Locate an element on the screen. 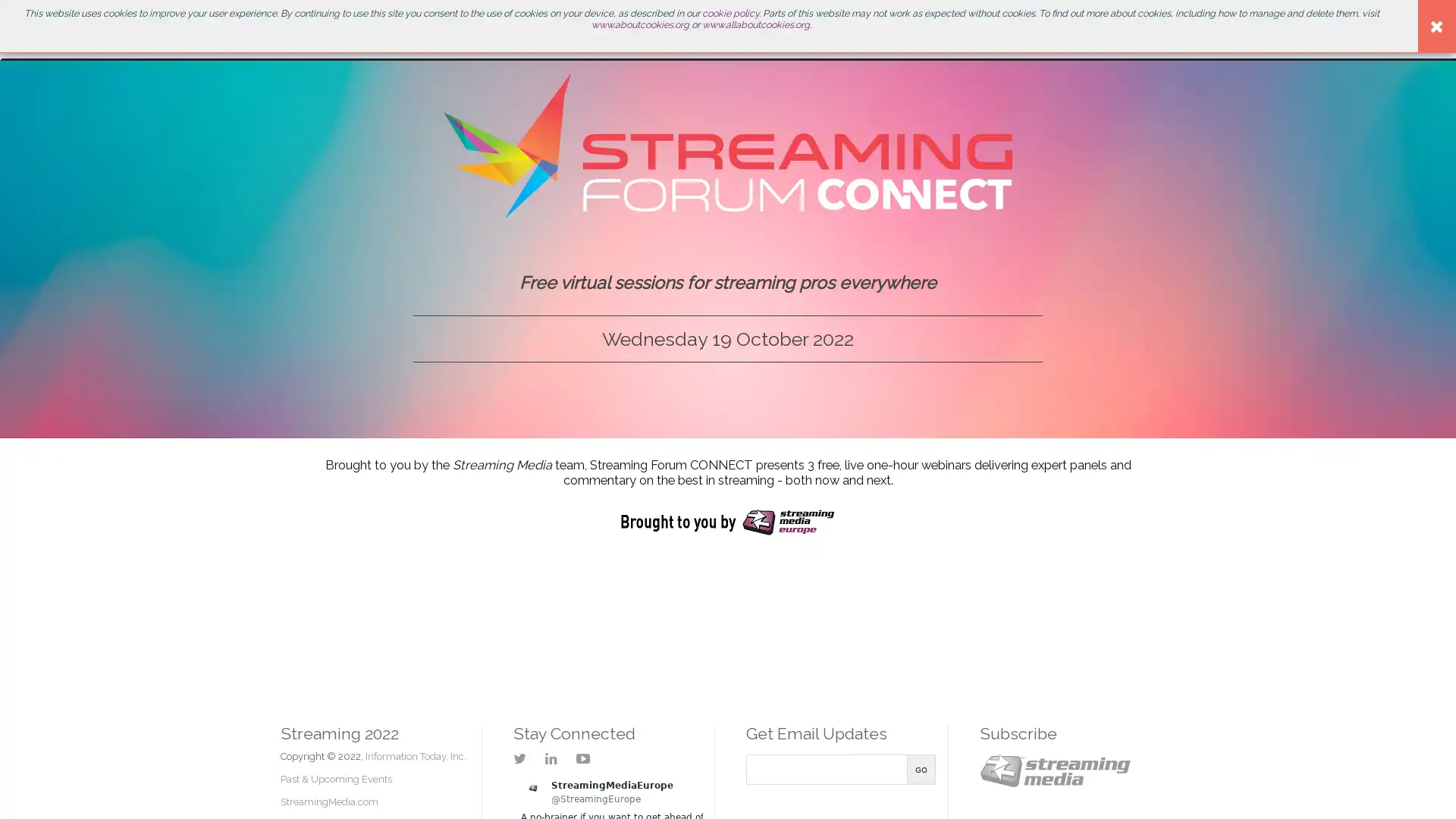 This screenshot has width=1456, height=819. Go is located at coordinates (920, 769).